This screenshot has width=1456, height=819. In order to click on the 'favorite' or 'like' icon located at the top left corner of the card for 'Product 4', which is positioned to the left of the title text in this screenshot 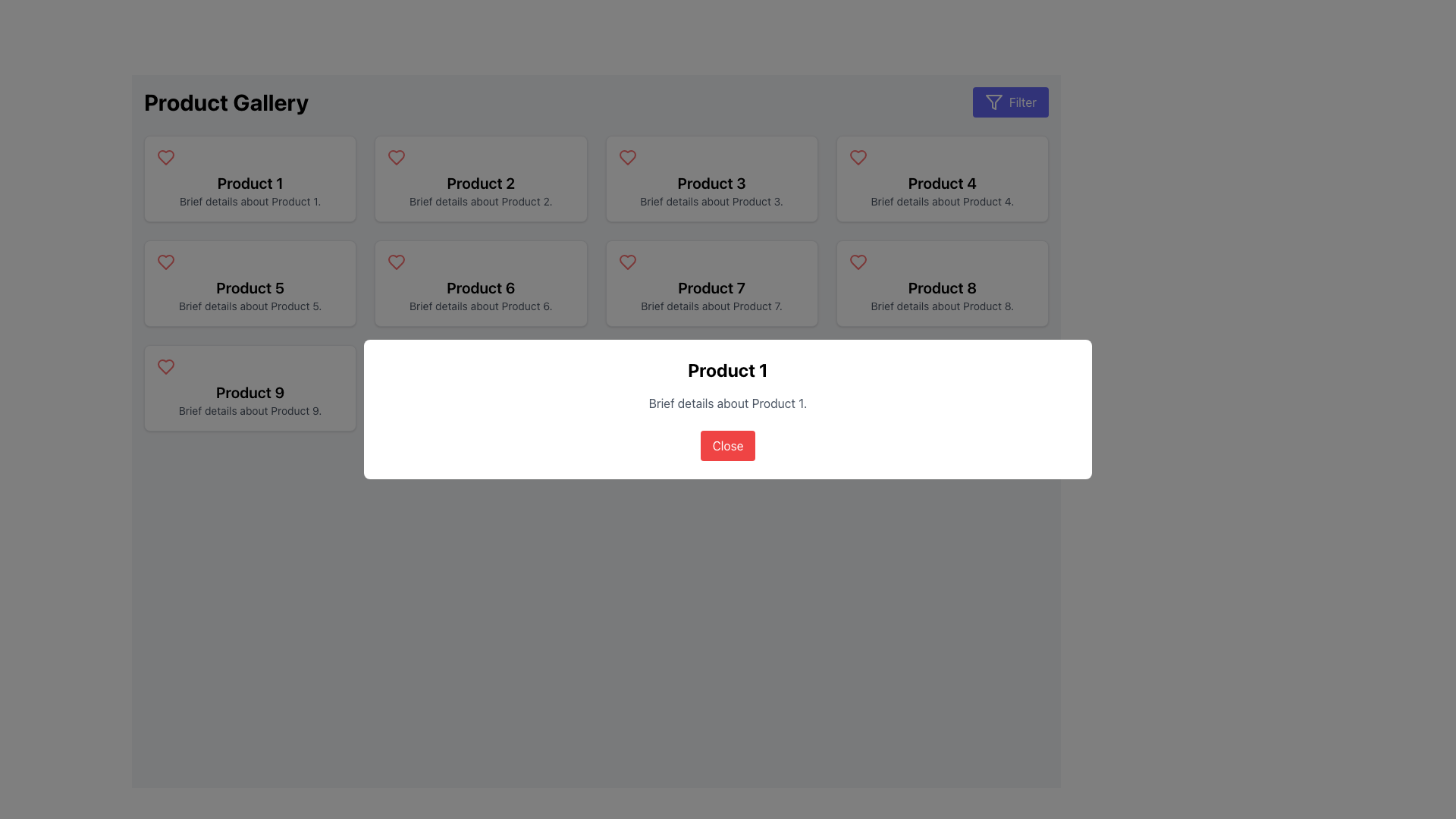, I will do `click(858, 158)`.